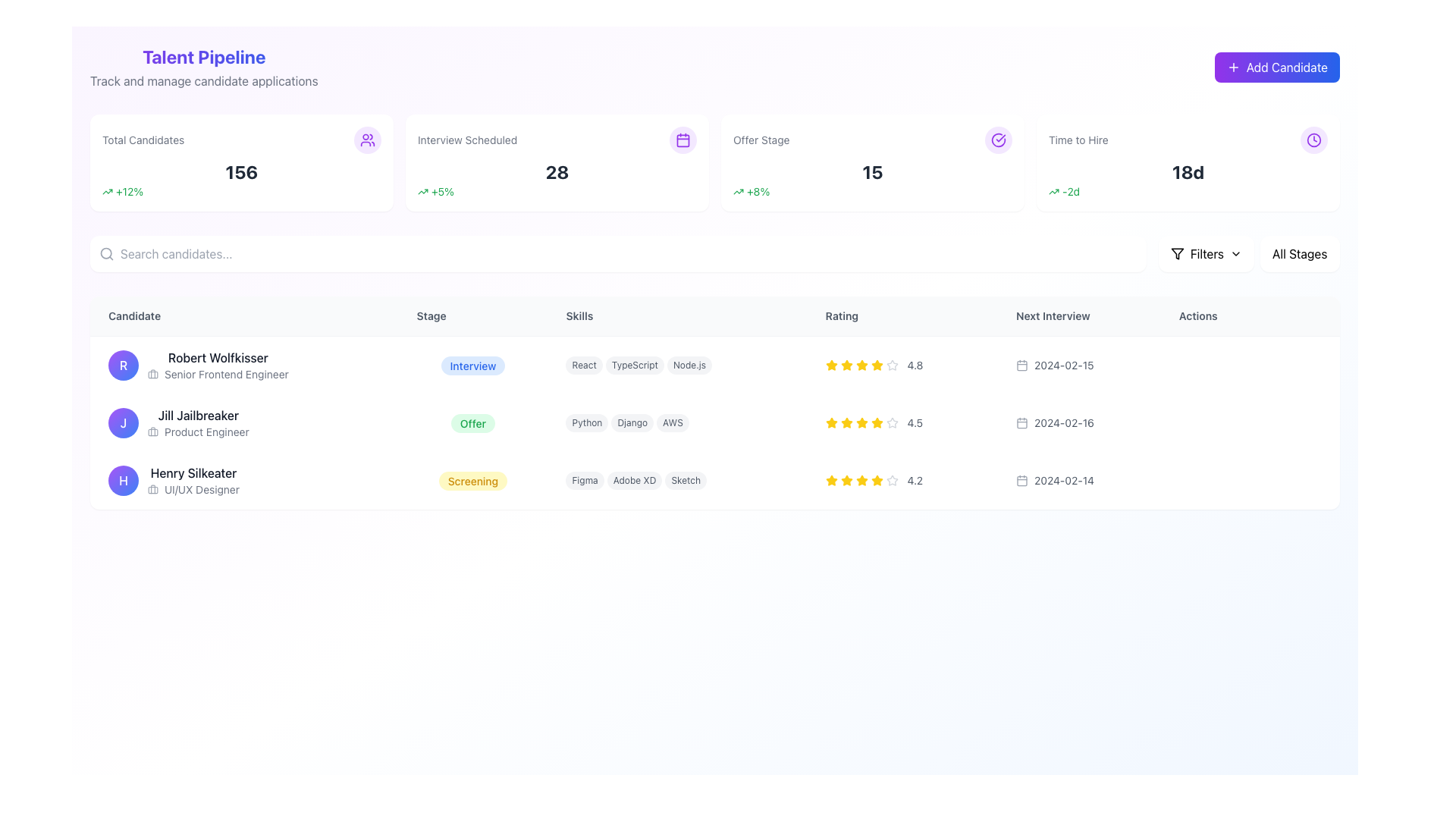 The width and height of the screenshot is (1456, 819). I want to click on main header text that describes the candidate pipeline in the recruitment application, located at the top center of the interface above the smaller gray text, so click(203, 55).